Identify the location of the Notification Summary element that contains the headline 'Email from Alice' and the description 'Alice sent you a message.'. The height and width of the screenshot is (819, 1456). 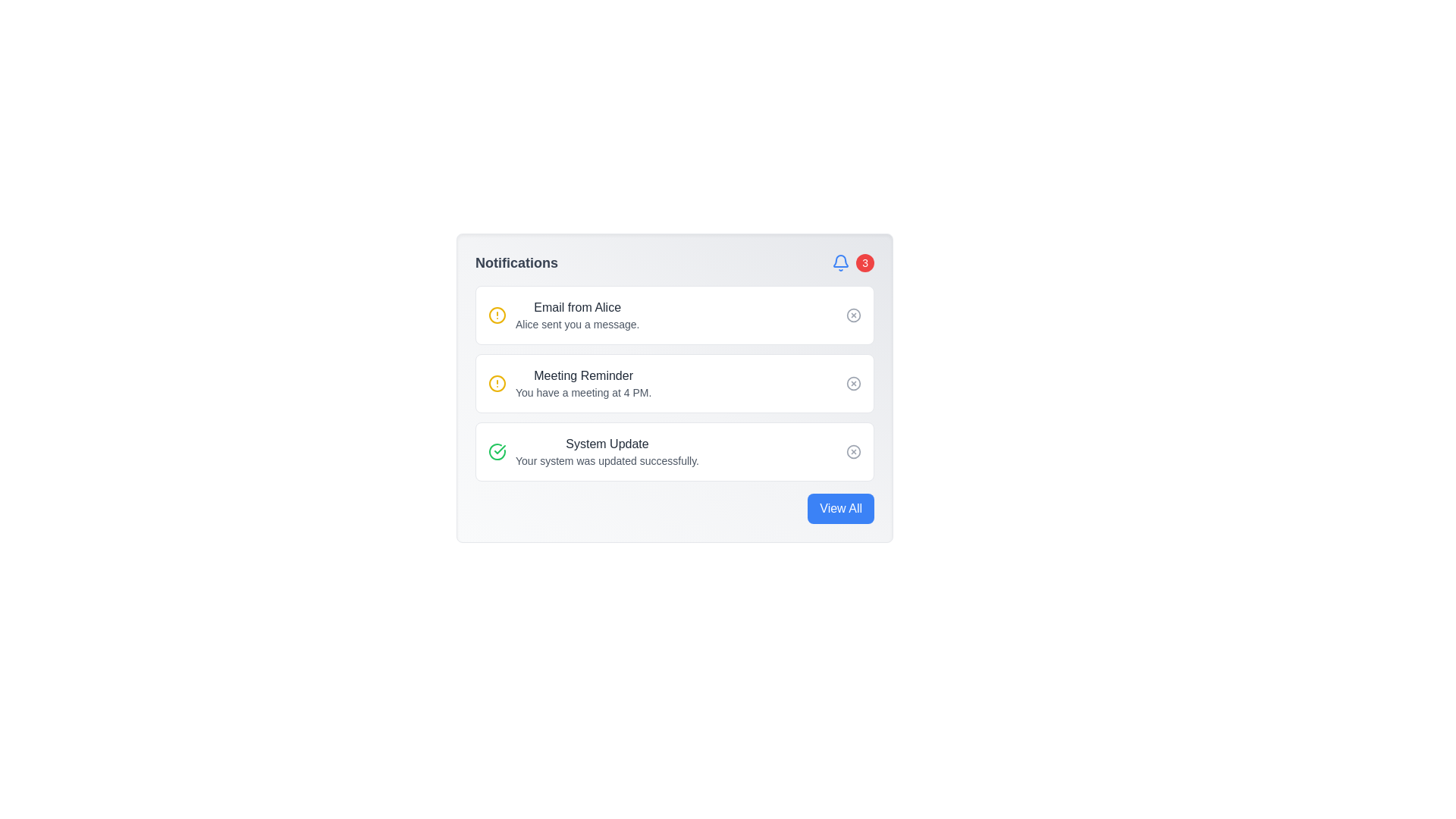
(576, 315).